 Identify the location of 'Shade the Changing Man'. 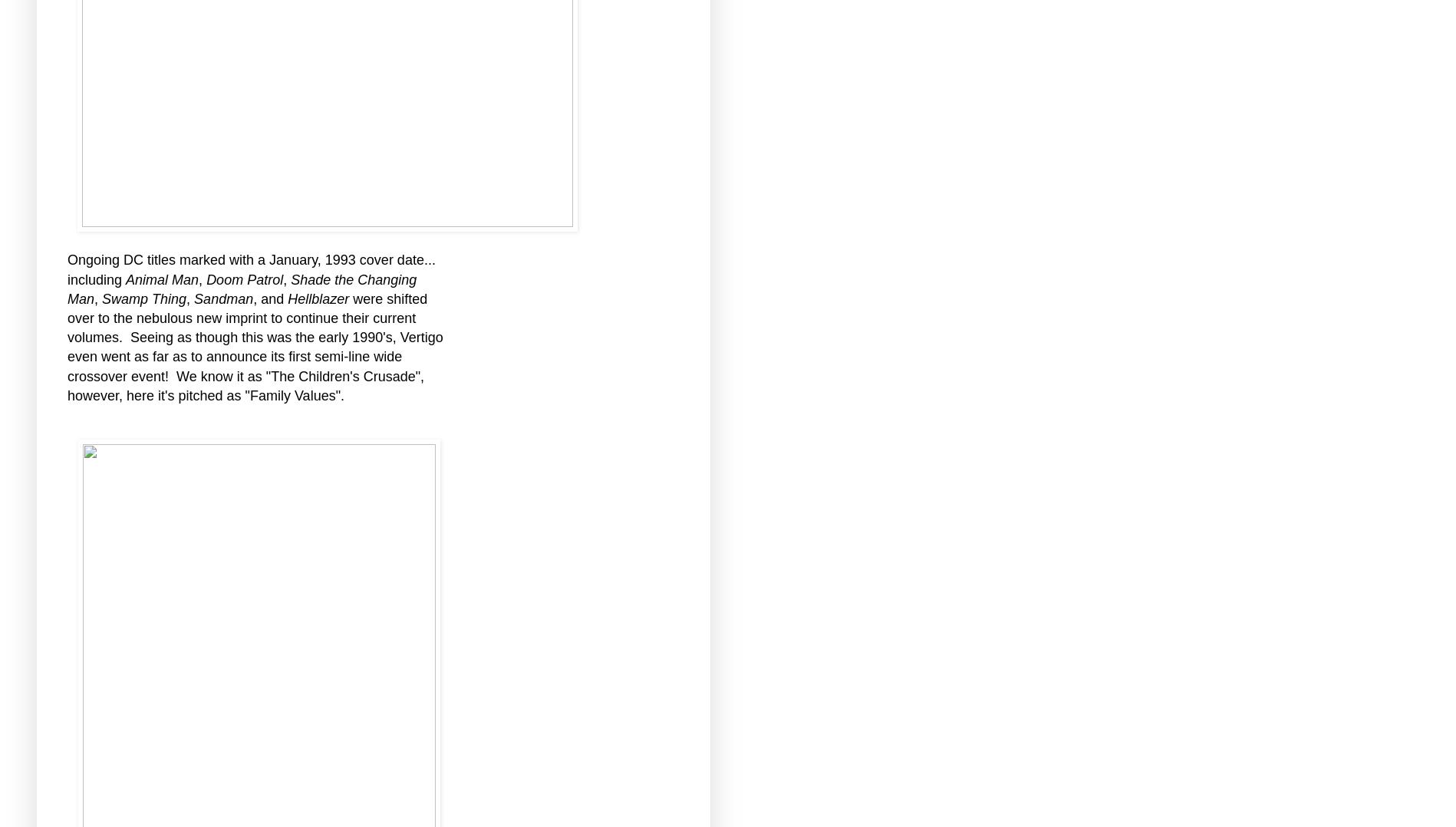
(241, 288).